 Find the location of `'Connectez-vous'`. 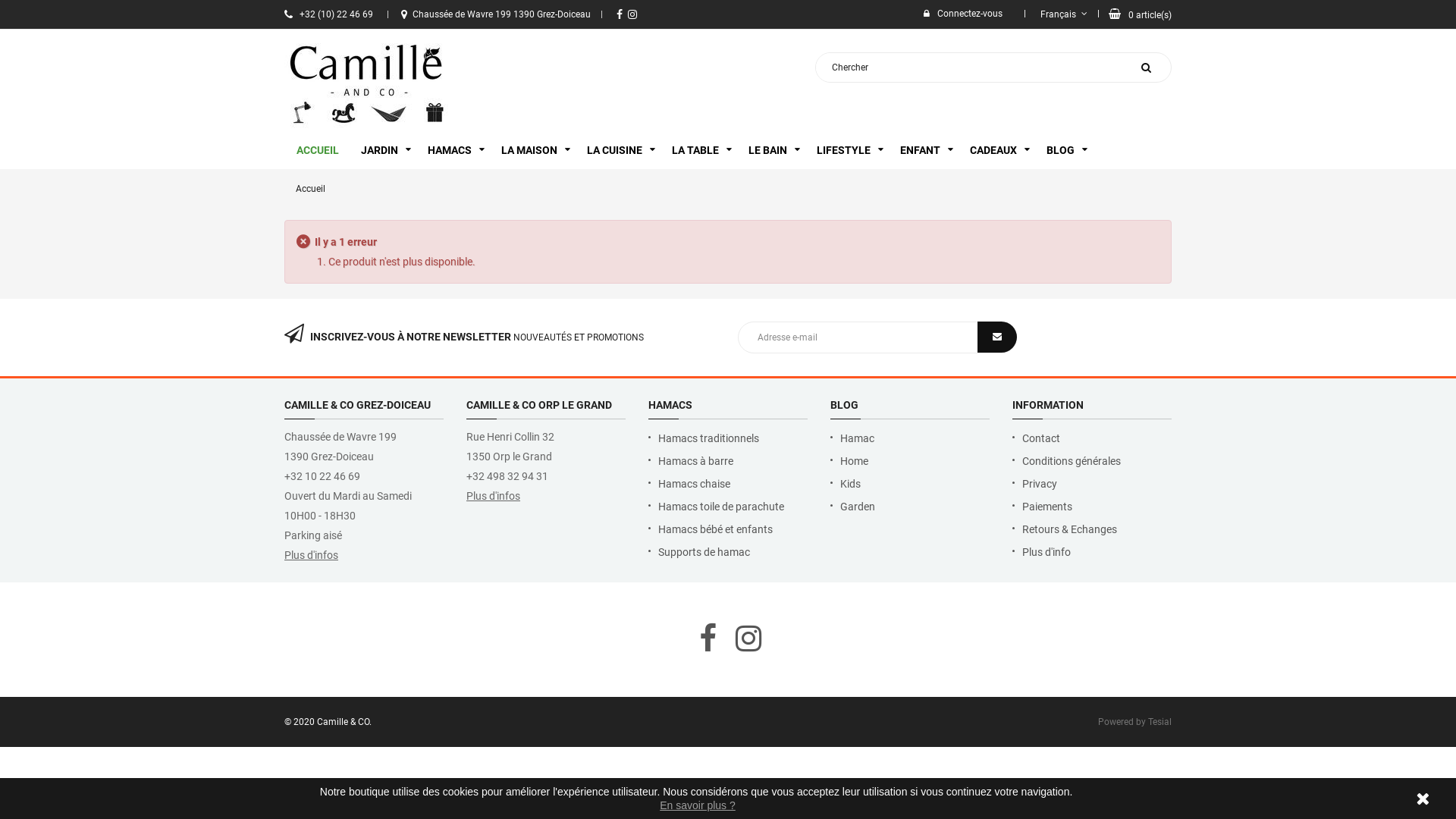

'Connectez-vous' is located at coordinates (962, 14).